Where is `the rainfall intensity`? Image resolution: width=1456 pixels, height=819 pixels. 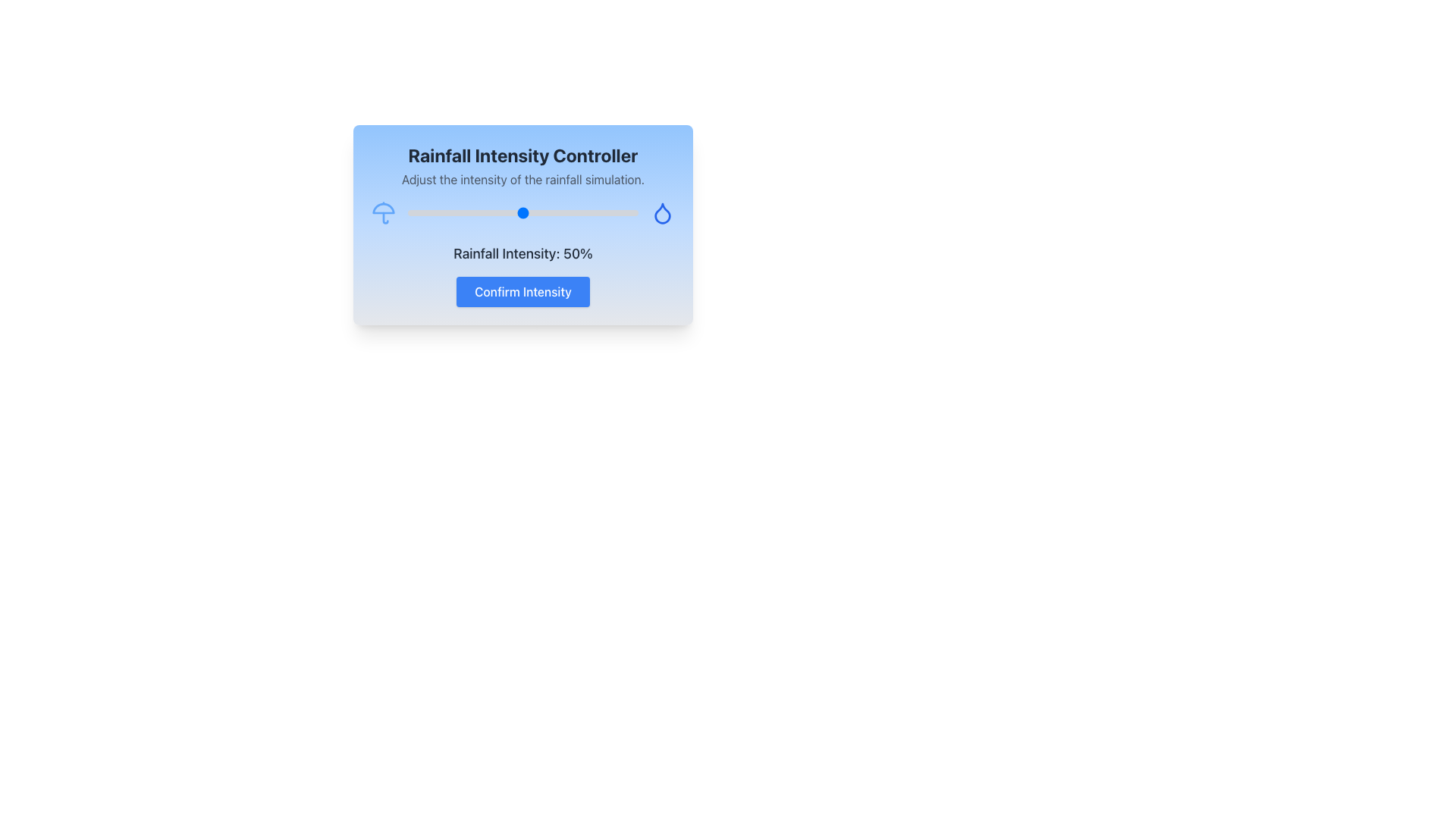
the rainfall intensity is located at coordinates (488, 213).